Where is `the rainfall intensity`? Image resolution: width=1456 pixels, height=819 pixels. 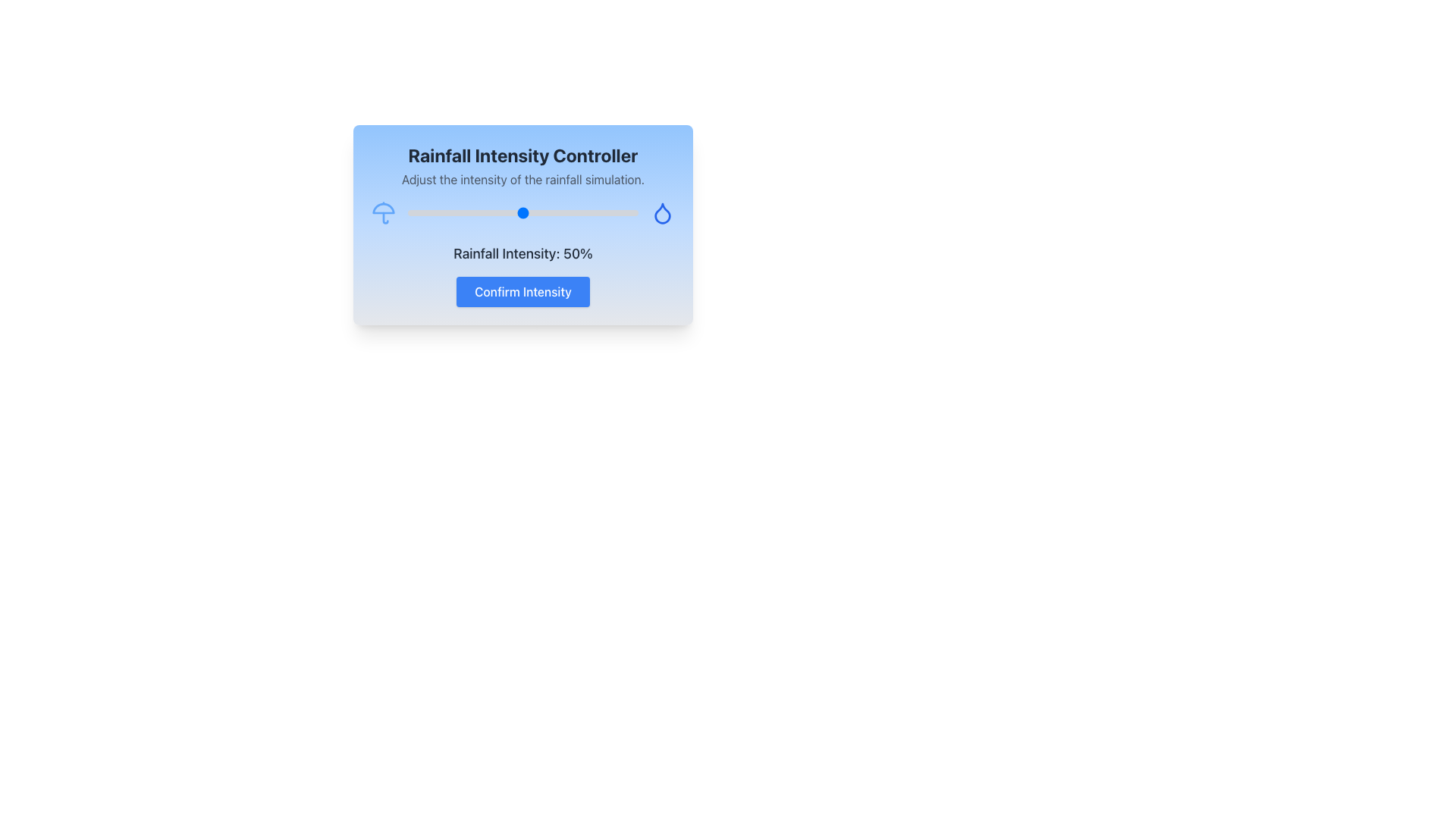
the rainfall intensity is located at coordinates (488, 213).